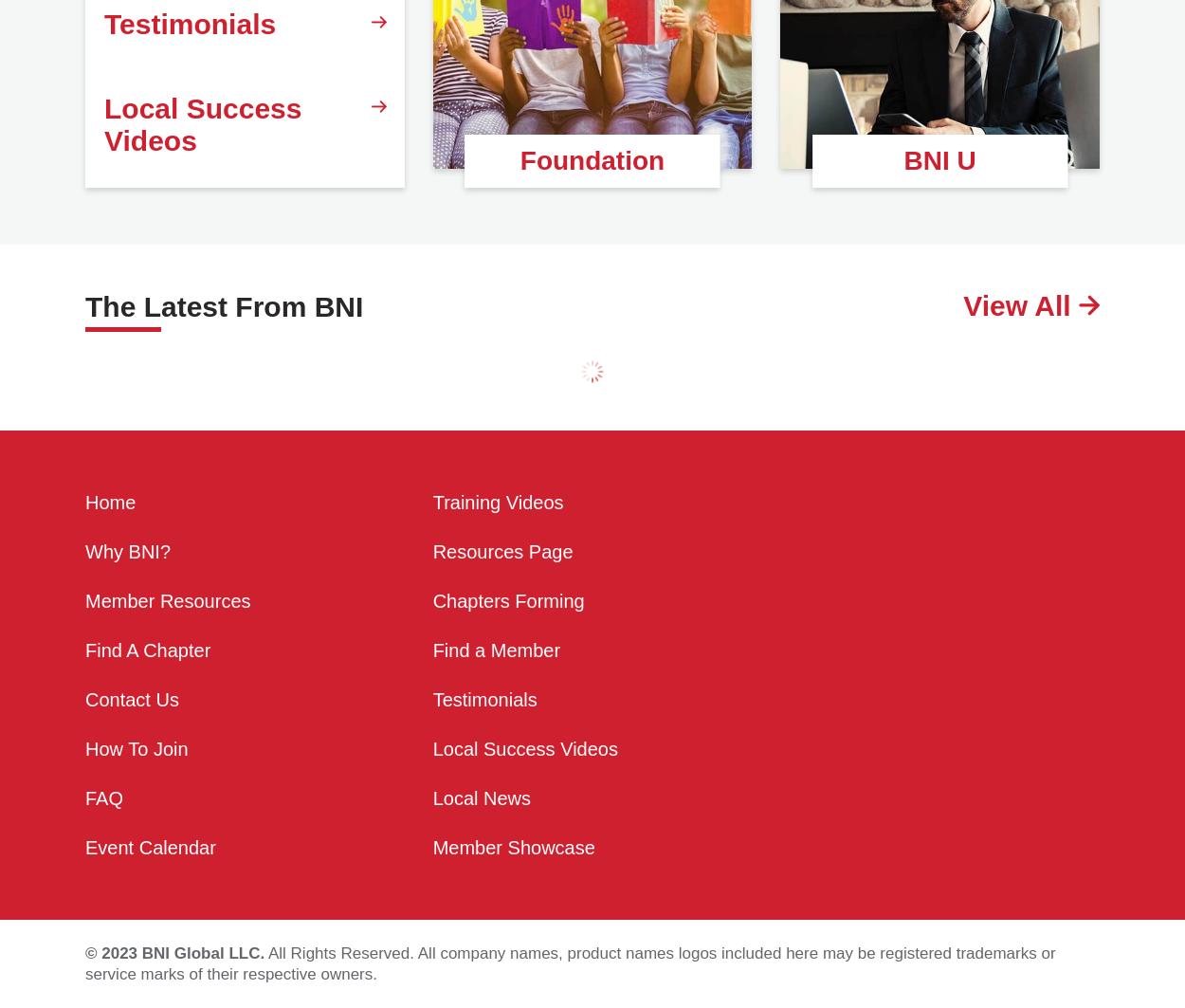 This screenshot has width=1185, height=1008. Describe the element at coordinates (498, 945) in the screenshot. I see `'Training Videos'` at that location.